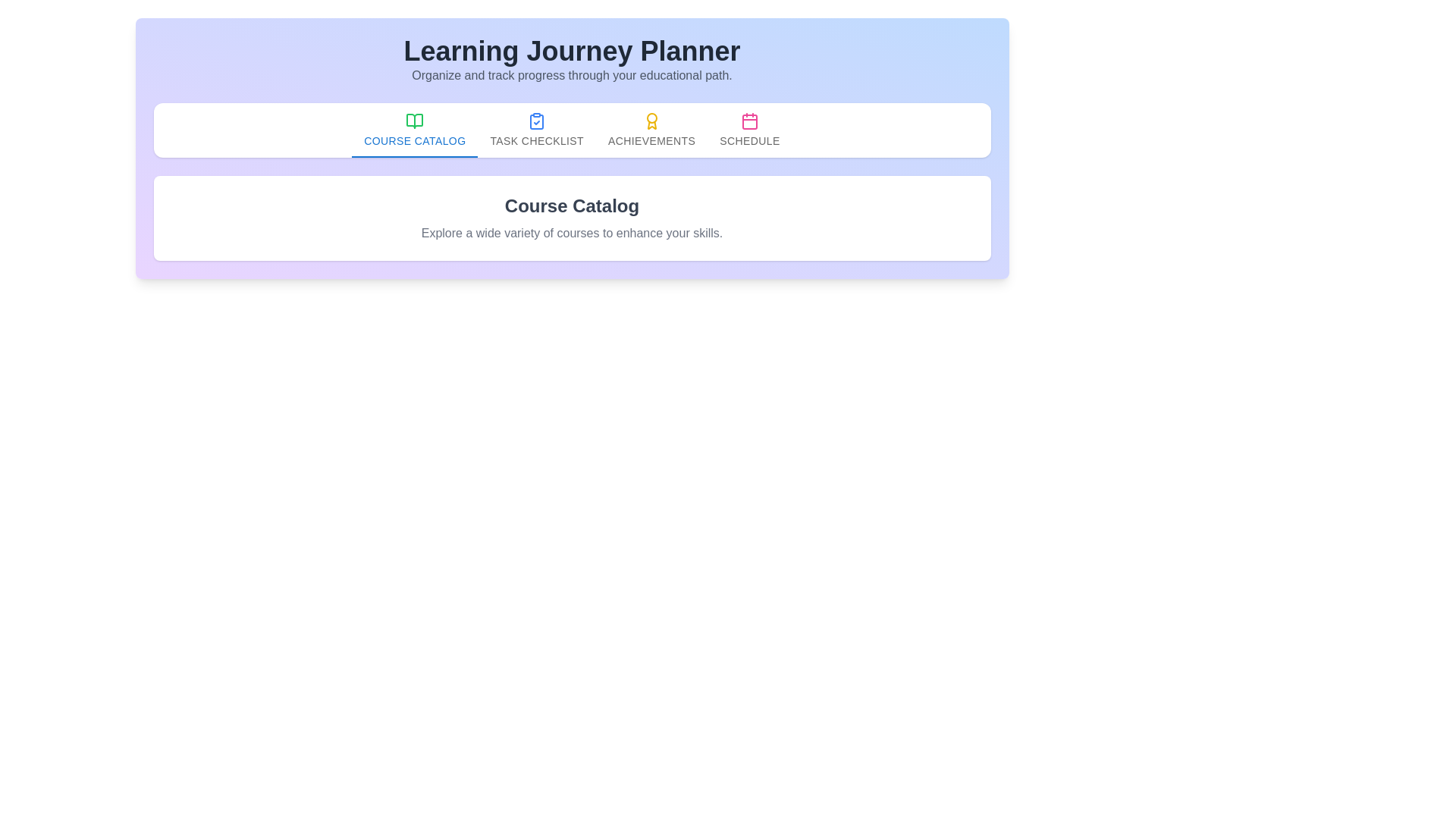 This screenshot has height=819, width=1456. I want to click on the decorative icon linked to the 'Achievements' tab, which is visually positioned above the 'Achievements' label text in the tab button, so click(651, 121).